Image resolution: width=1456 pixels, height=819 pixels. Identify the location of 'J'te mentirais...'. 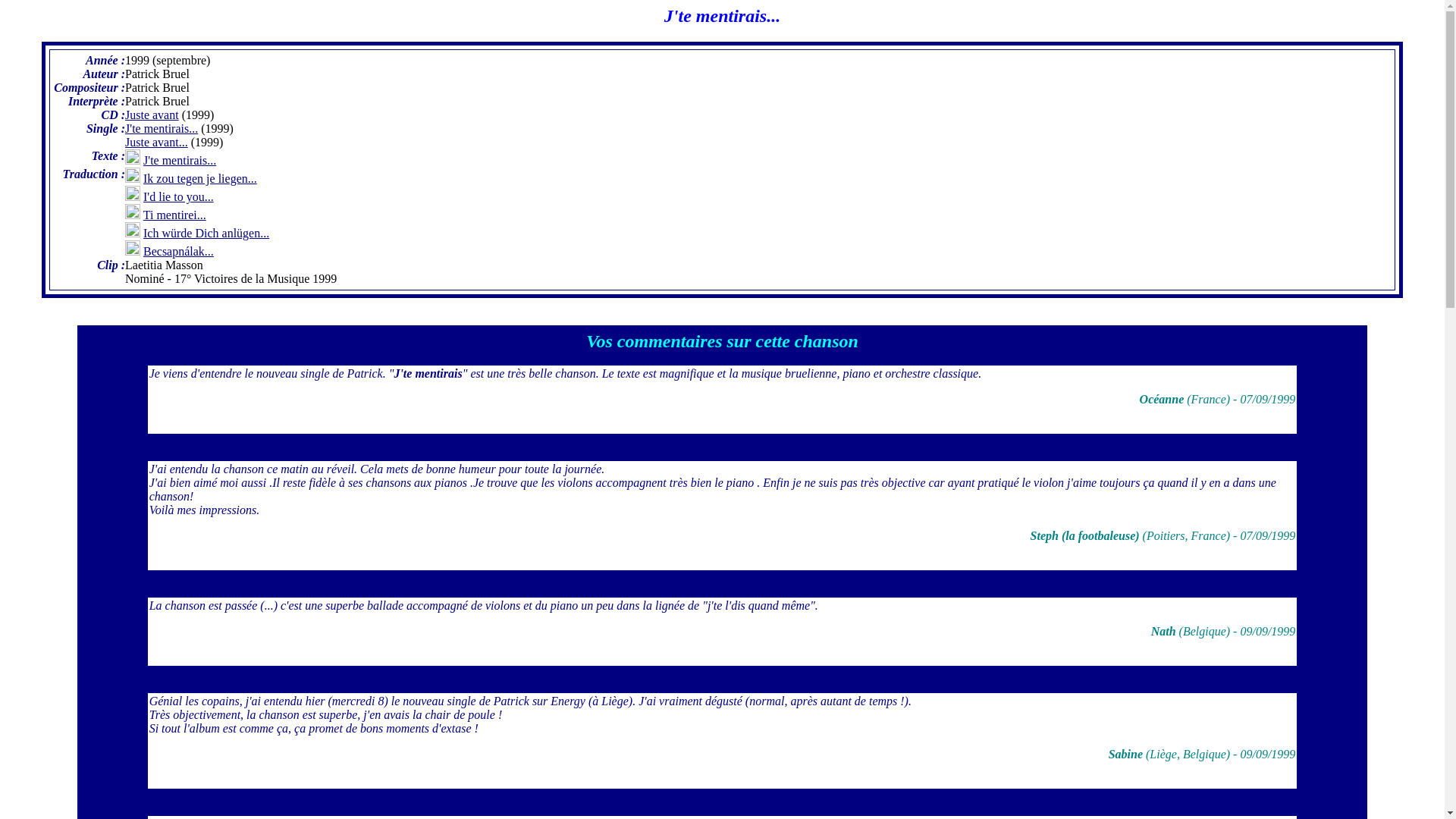
(161, 127).